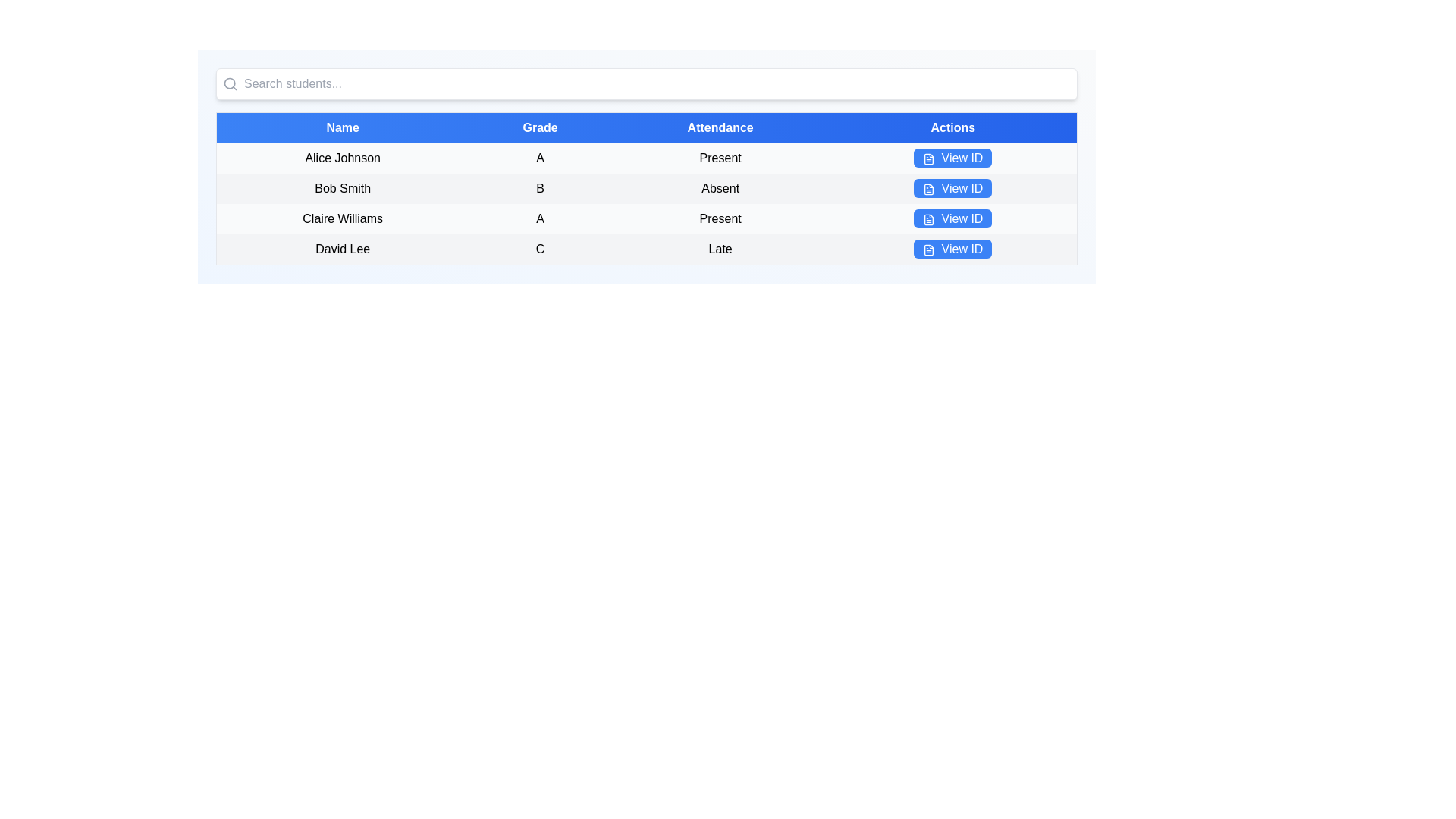 The width and height of the screenshot is (1456, 819). What do you see at coordinates (341, 249) in the screenshot?
I see `text of the 'David Lee' element, which is a bold text component located in the first column of the fourth row of the table under the 'Name' header` at bounding box center [341, 249].